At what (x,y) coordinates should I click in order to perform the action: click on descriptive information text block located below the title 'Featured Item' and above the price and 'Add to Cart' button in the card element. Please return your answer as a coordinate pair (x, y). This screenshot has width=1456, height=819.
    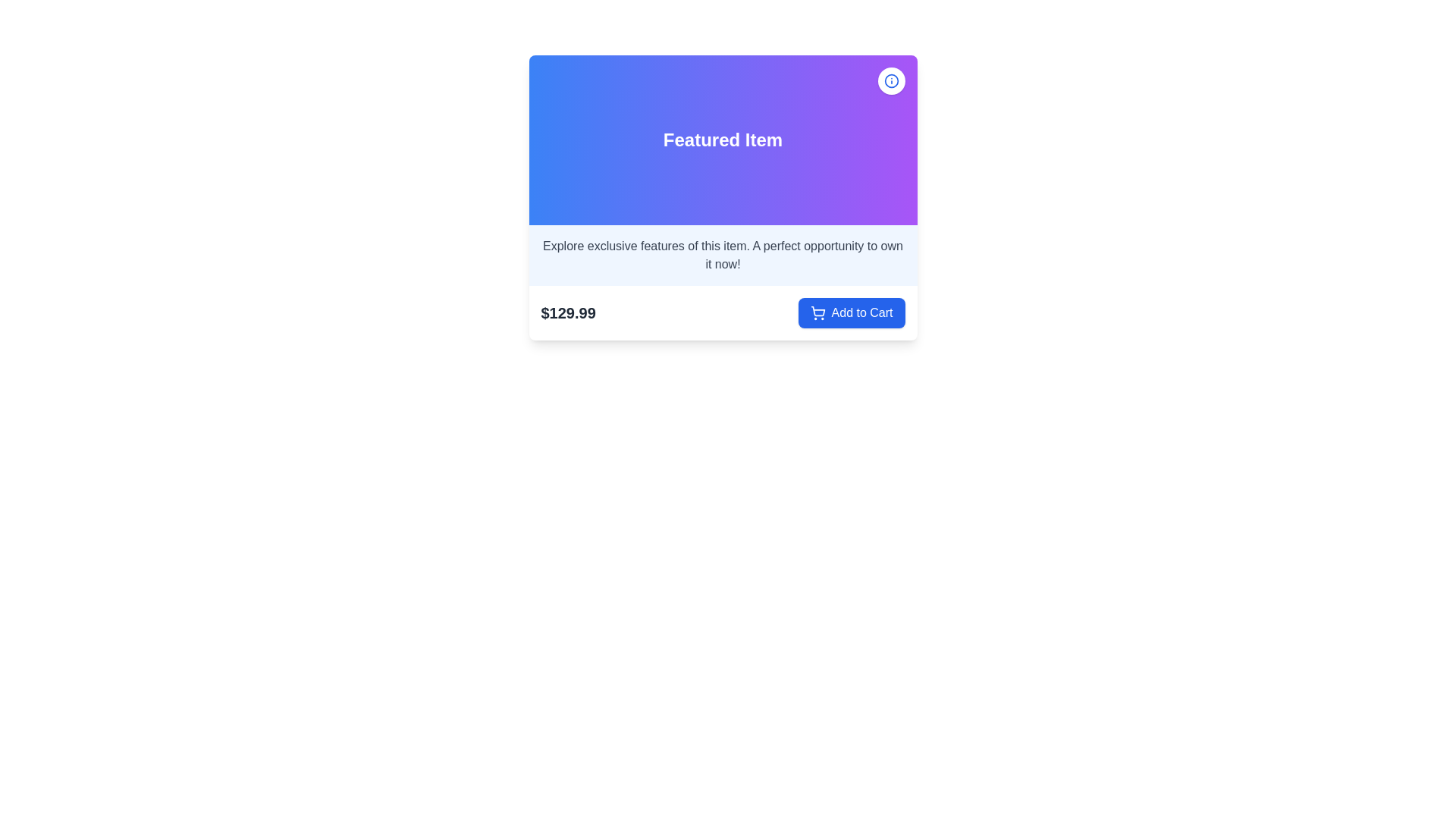
    Looking at the image, I should click on (722, 254).